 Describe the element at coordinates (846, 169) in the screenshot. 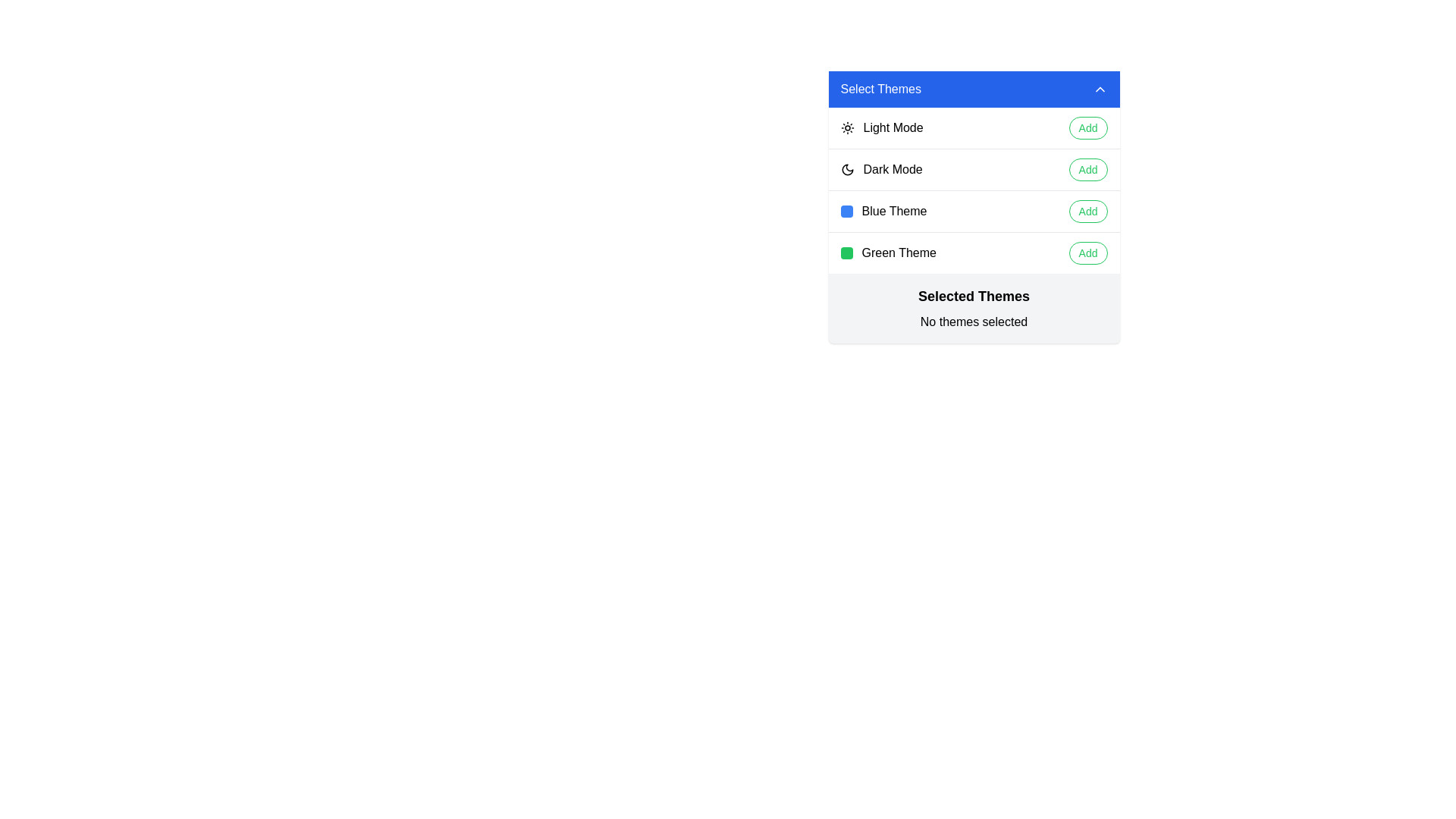

I see `the crescent moon icon representing the dark mode theme, located beside the 'Dark Mode' text in the 'Select Themes' menu` at that location.